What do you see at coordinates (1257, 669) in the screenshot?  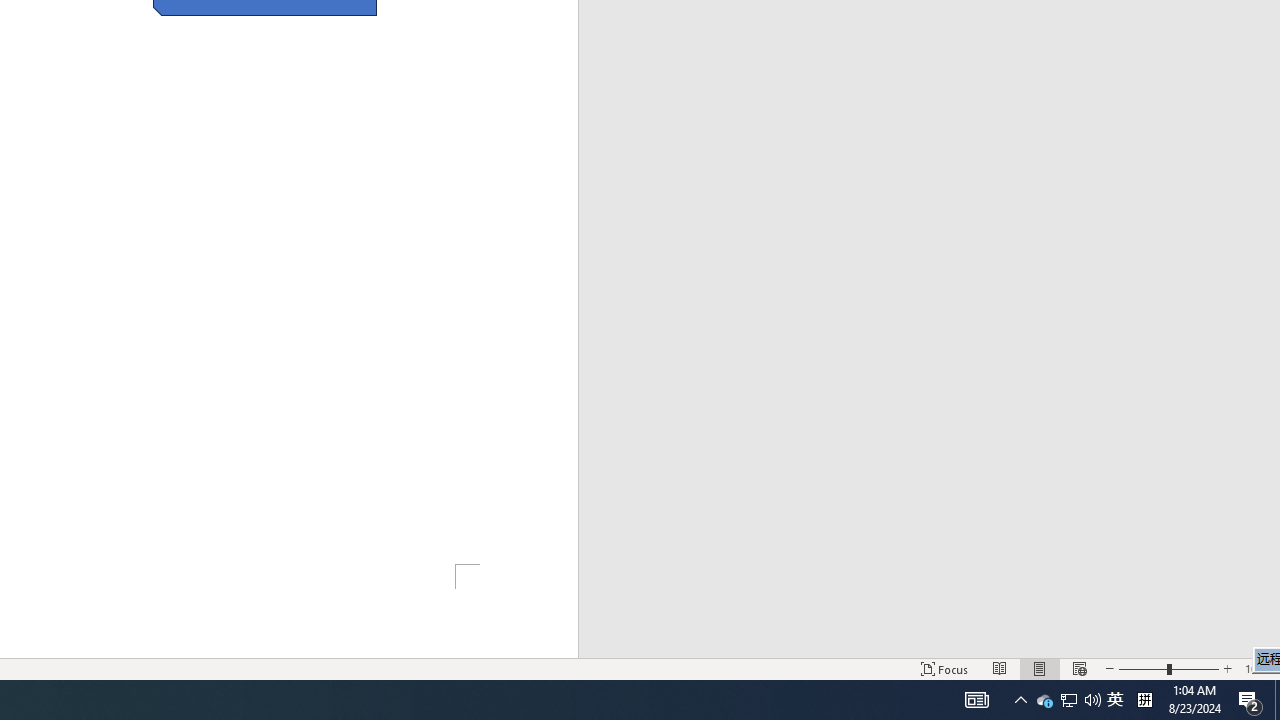 I see `'Zoom 104%'` at bounding box center [1257, 669].